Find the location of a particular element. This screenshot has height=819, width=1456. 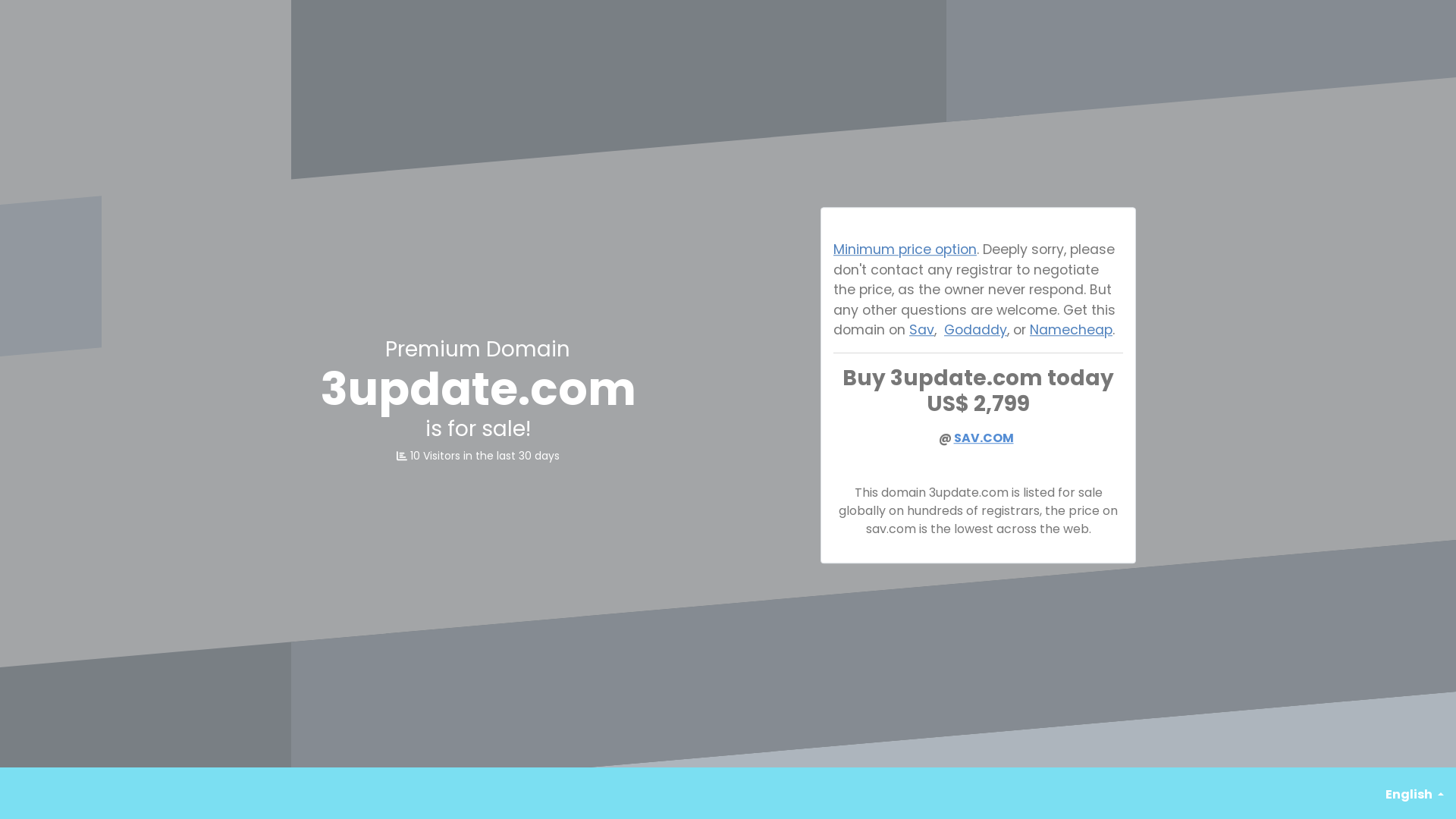

'Sav' is located at coordinates (921, 329).